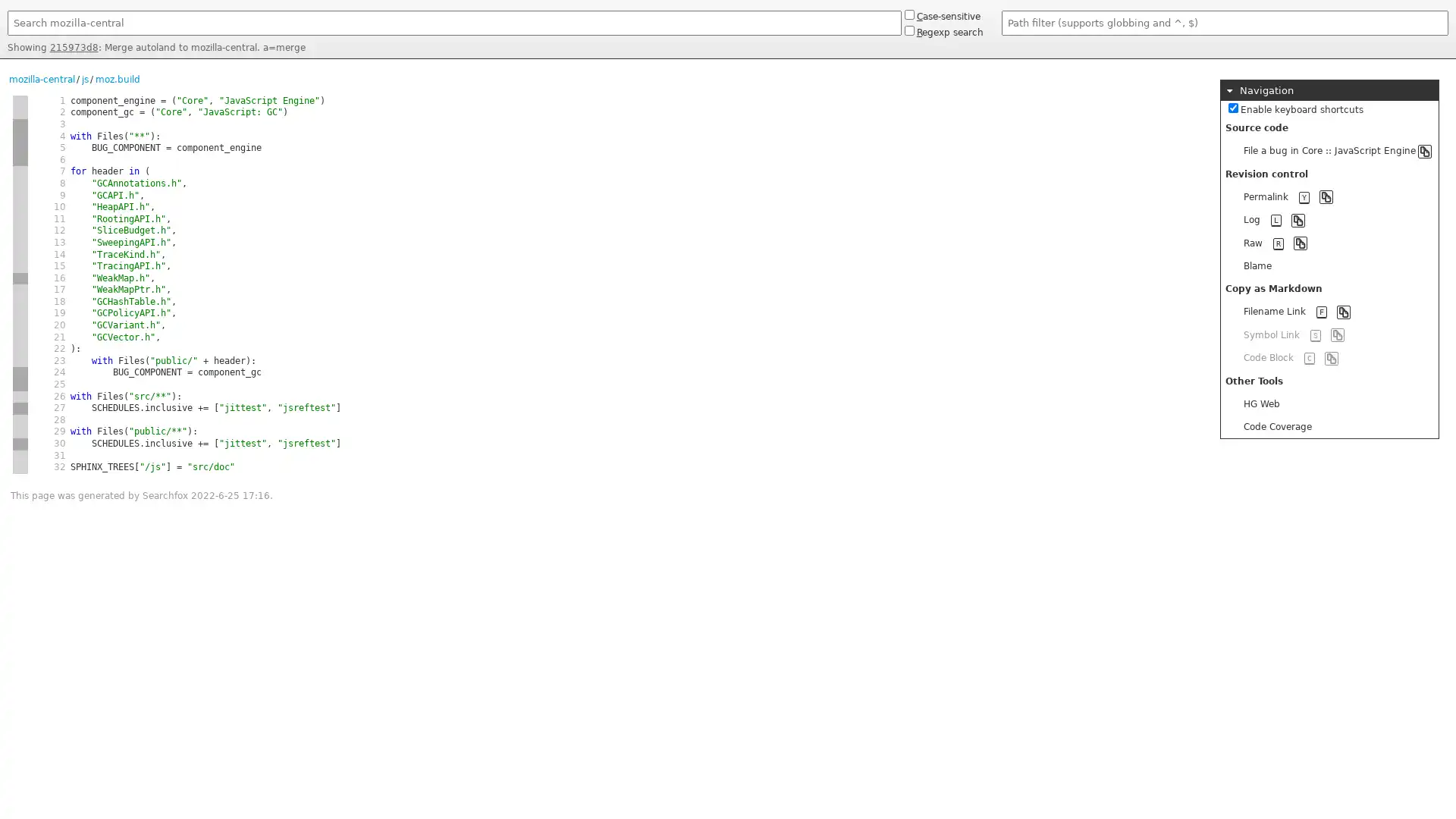 Image resolution: width=1456 pixels, height=819 pixels. Describe the element at coordinates (1329, 334) in the screenshot. I see `Symbol Link S` at that location.